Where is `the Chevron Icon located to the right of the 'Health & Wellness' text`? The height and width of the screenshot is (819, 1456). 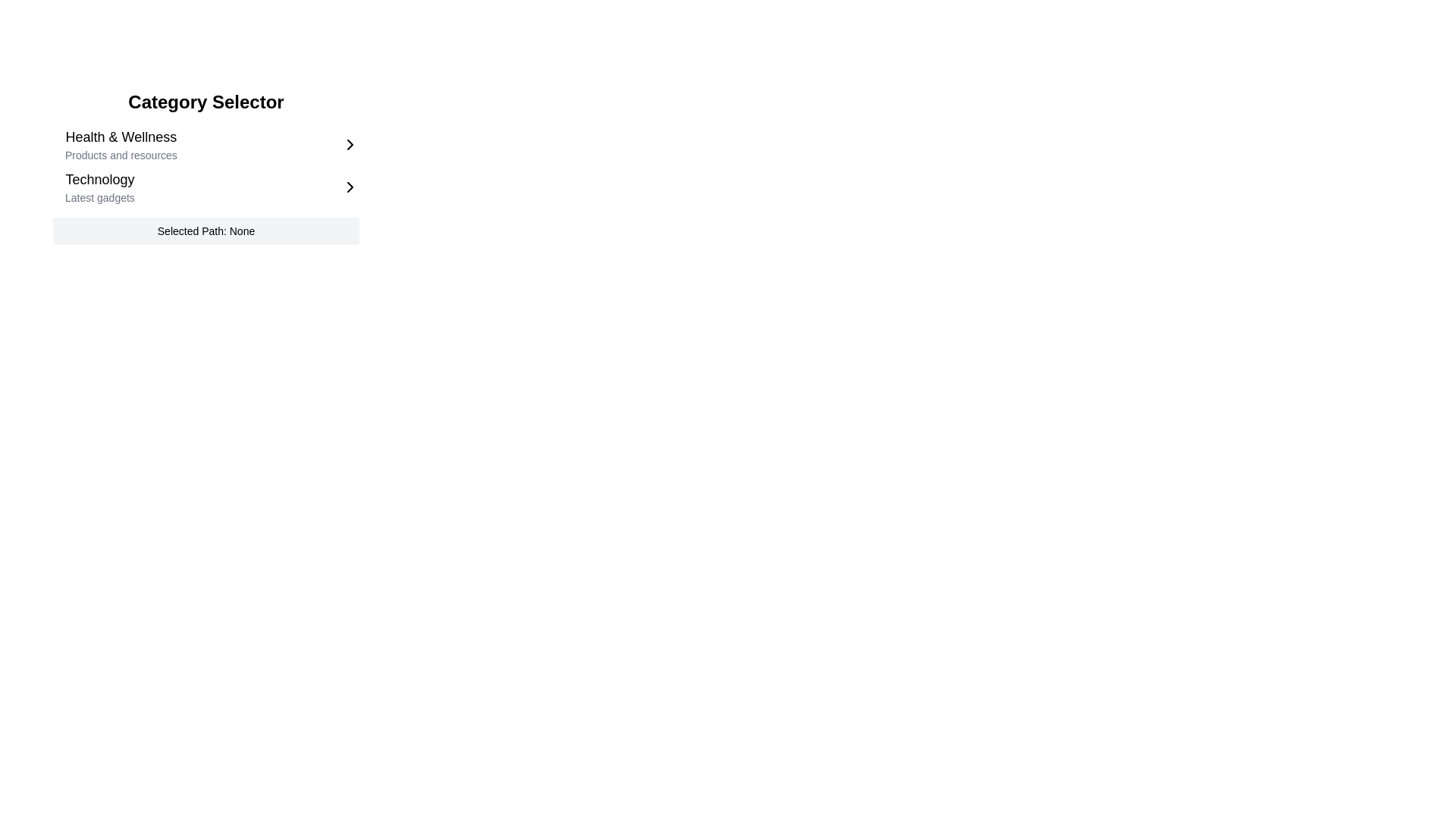 the Chevron Icon located to the right of the 'Health & Wellness' text is located at coordinates (349, 145).